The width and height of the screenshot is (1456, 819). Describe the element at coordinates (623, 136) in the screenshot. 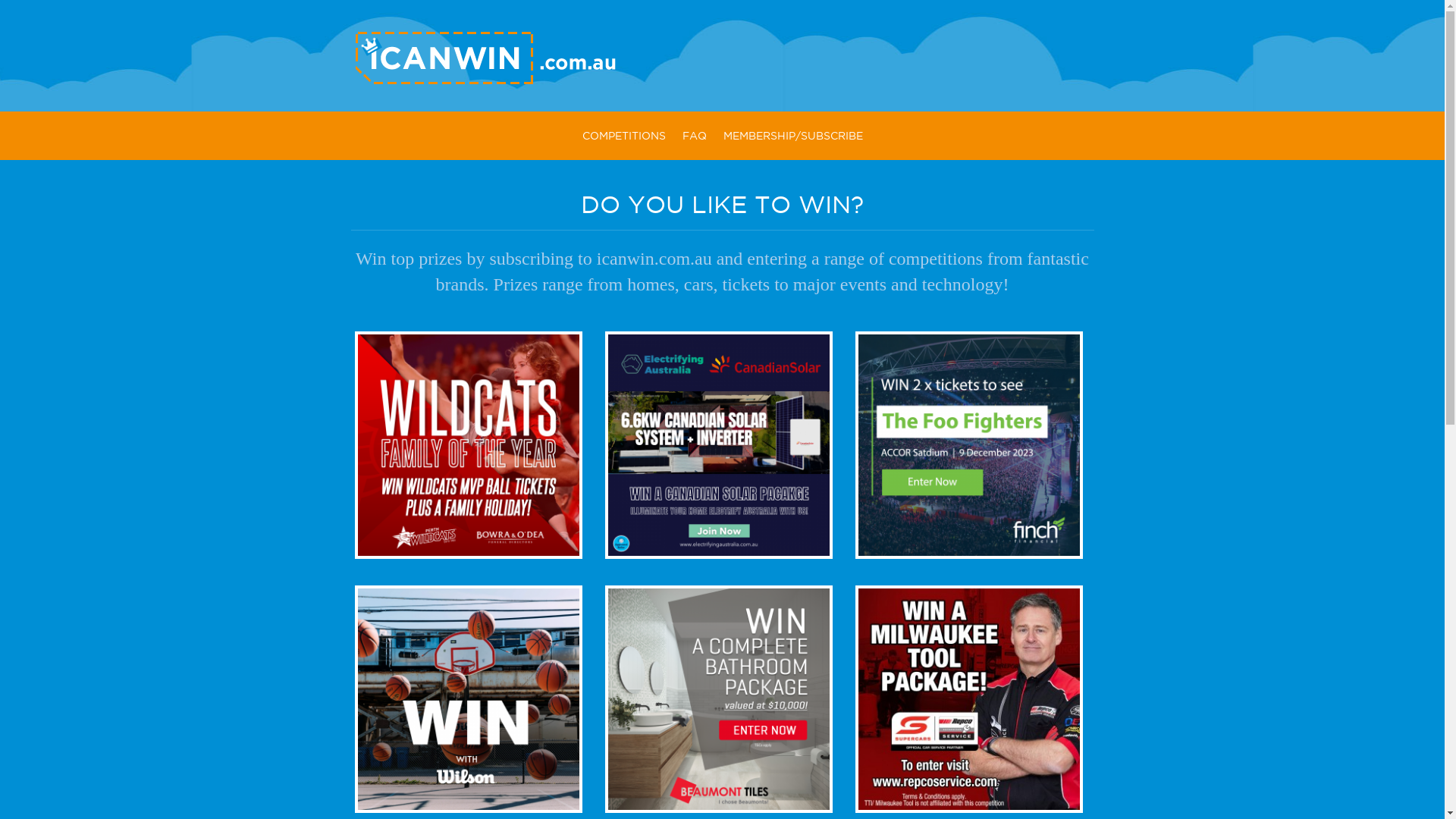

I see `'COMPETITIONS'` at that location.